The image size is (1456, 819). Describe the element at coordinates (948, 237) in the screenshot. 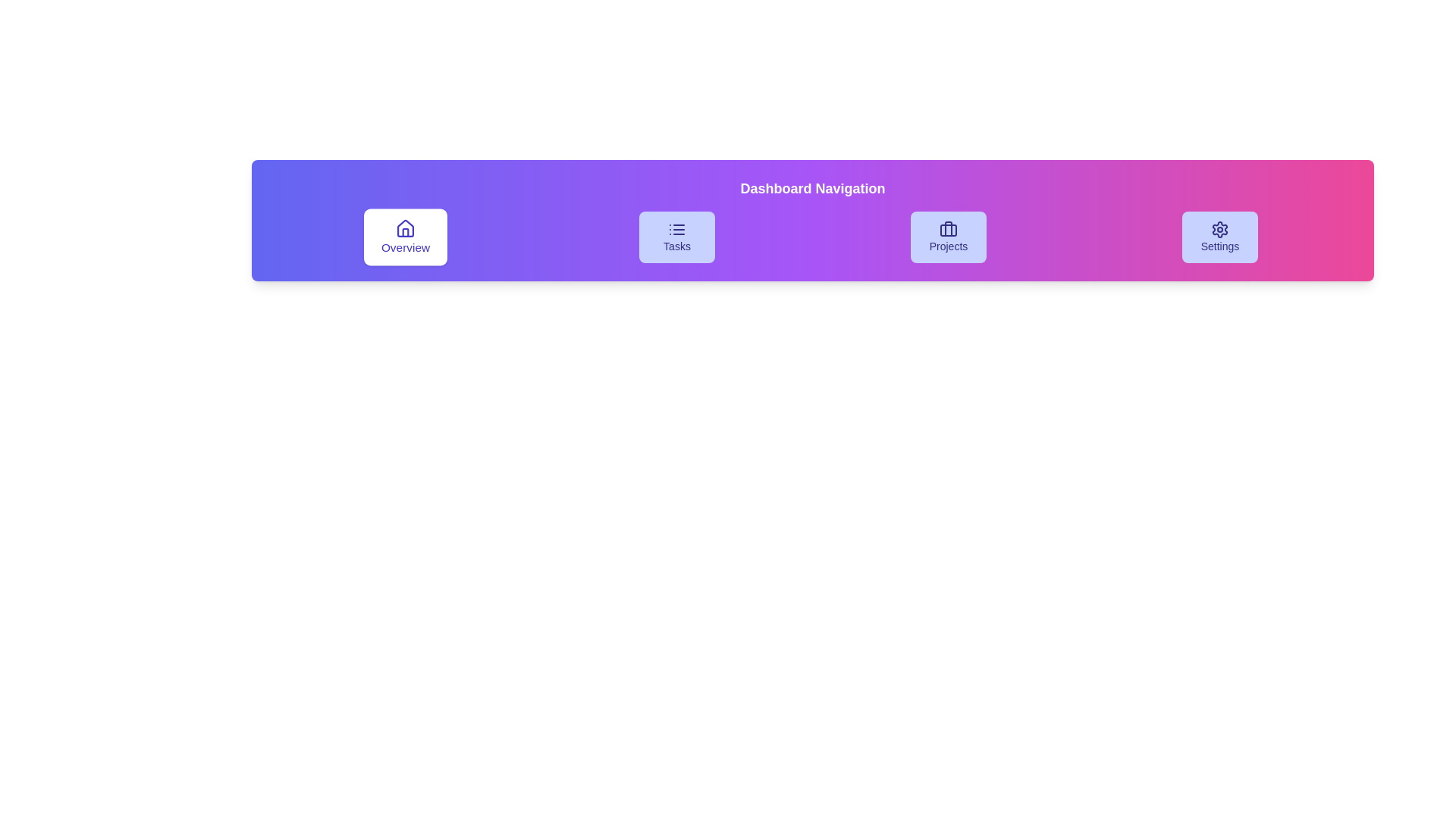

I see `the Projects button to navigate to the corresponding section` at that location.